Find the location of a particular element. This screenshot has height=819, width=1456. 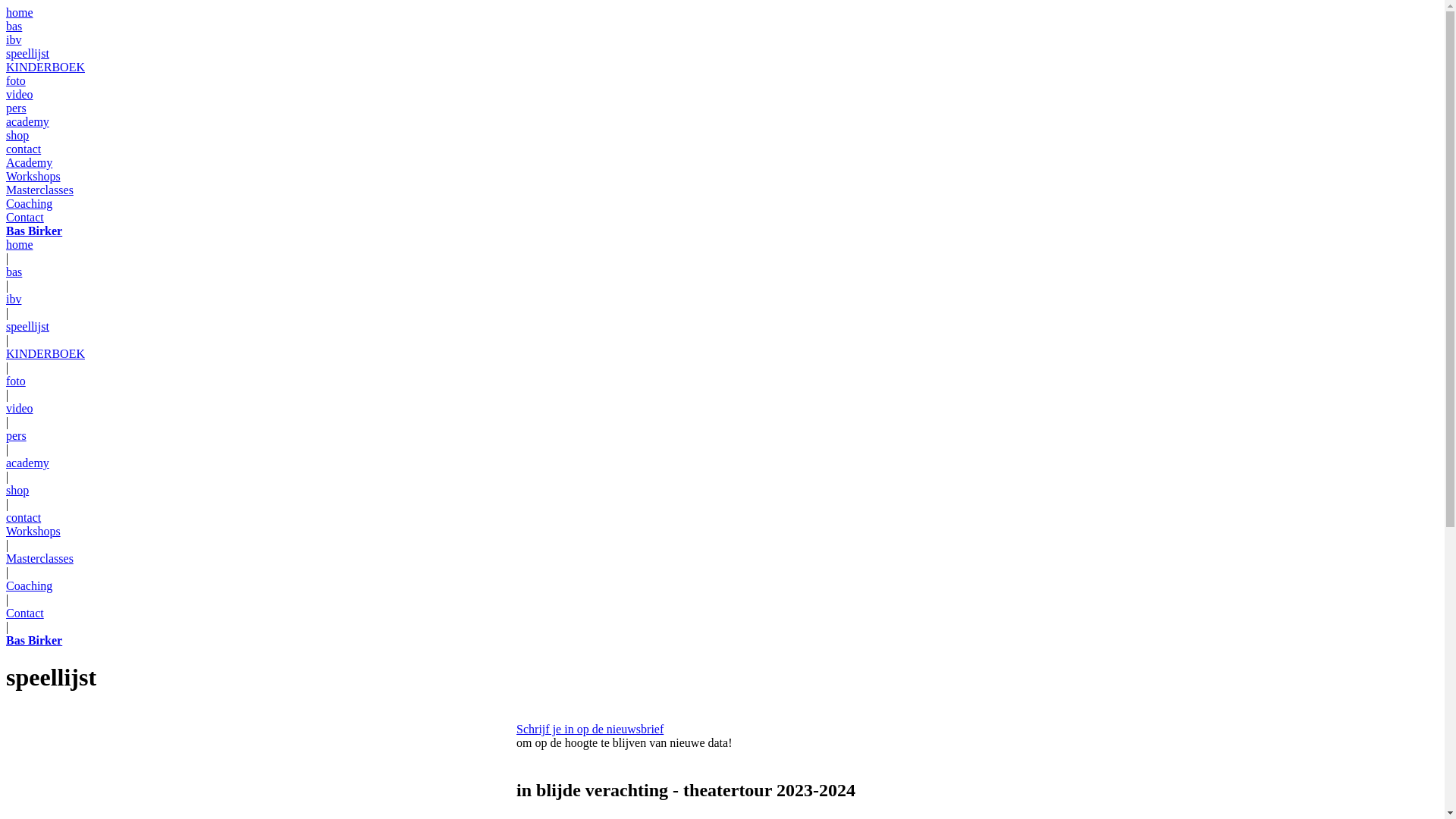

'Workshops' is located at coordinates (33, 175).